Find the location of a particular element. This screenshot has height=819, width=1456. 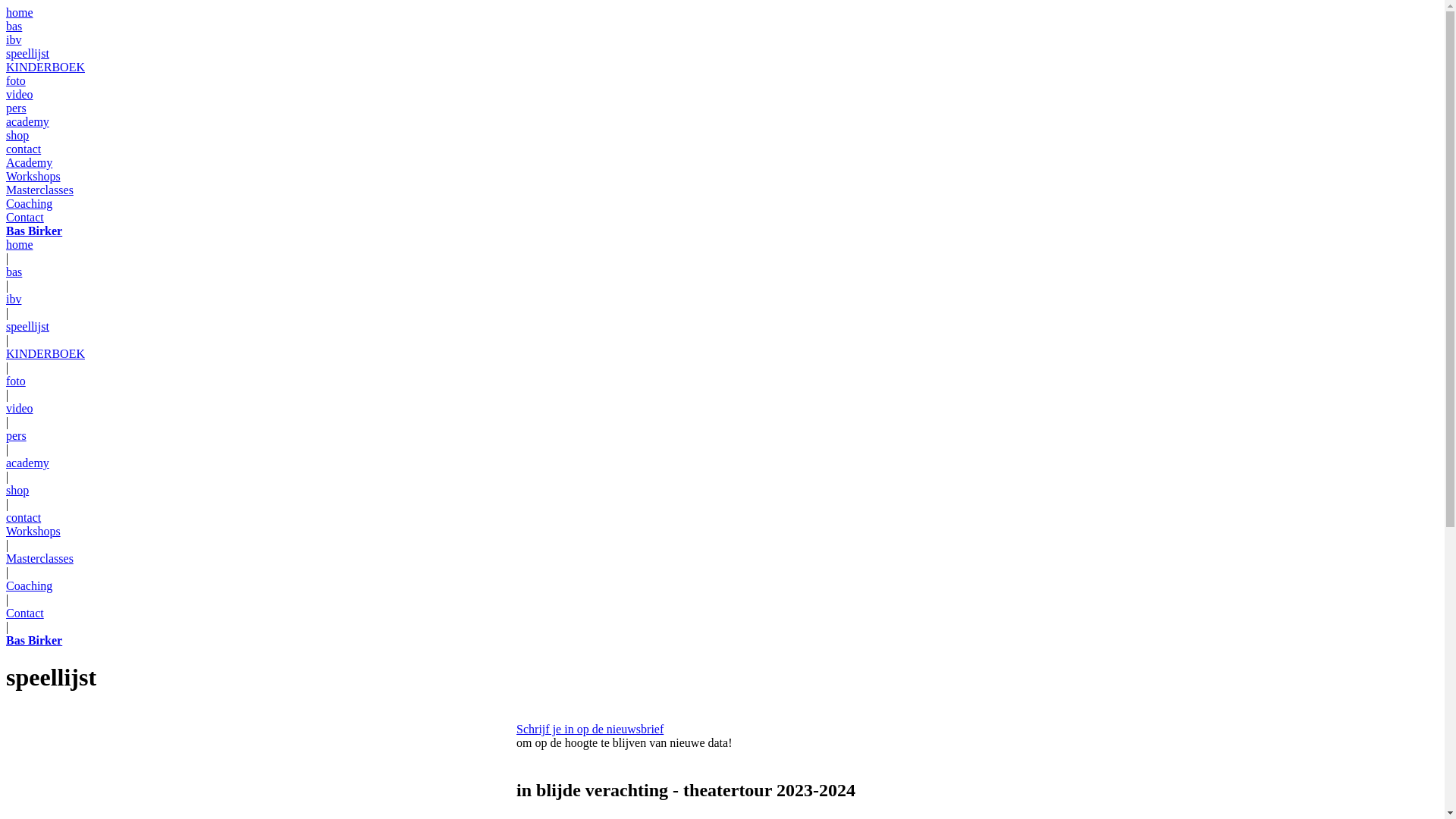

'Workshops' is located at coordinates (33, 175).